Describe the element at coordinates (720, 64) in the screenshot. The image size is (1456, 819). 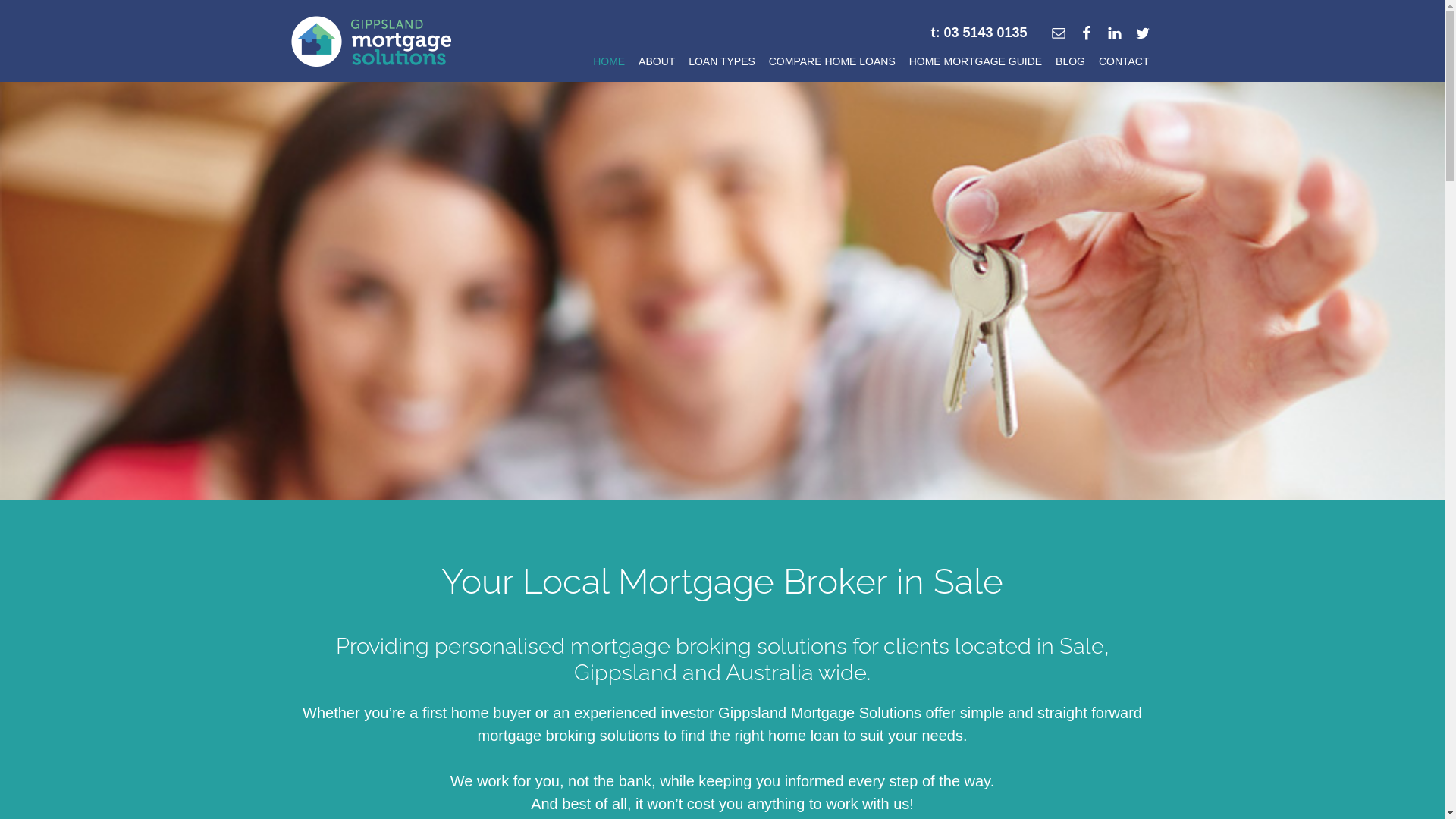
I see `'LOAN TYPES'` at that location.